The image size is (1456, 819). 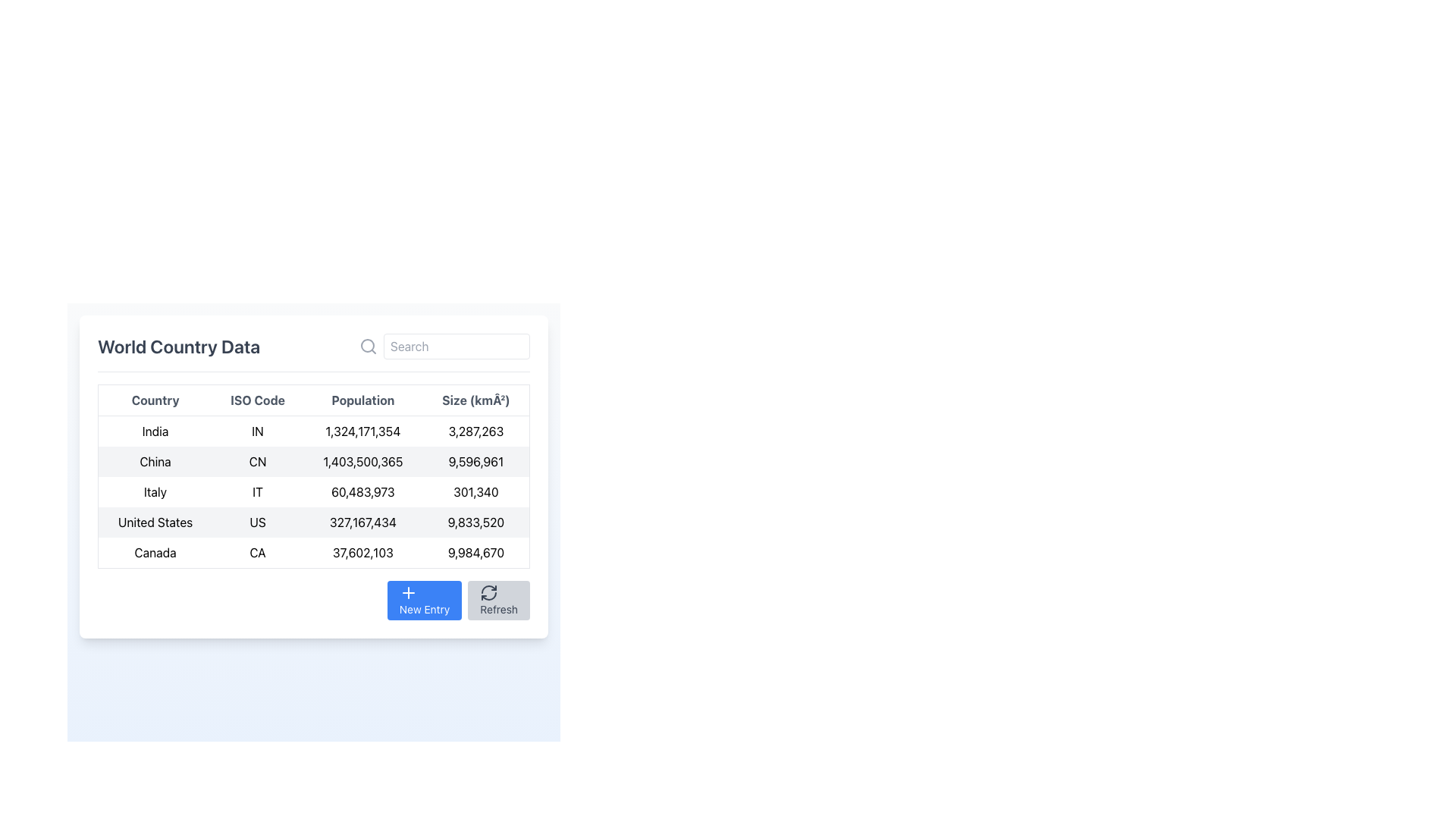 What do you see at coordinates (362, 431) in the screenshot?
I see `the Text Display element that shows the population of 'India' in the 'World Country Data' table, specifically located in the third column of the first row under the 'Population' heading` at bounding box center [362, 431].